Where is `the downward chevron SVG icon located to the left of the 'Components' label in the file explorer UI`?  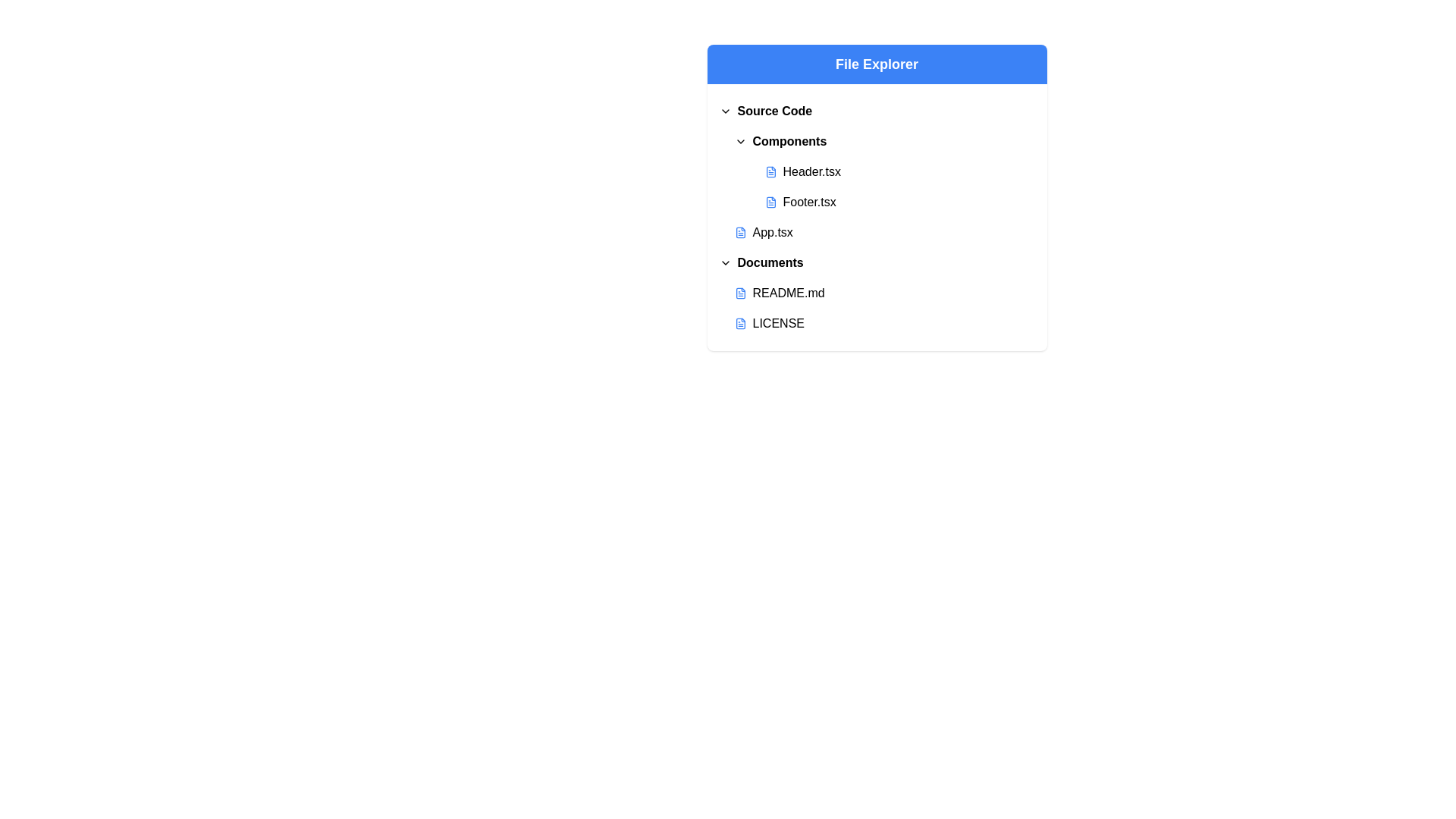
the downward chevron SVG icon located to the left of the 'Components' label in the file explorer UI is located at coordinates (740, 141).